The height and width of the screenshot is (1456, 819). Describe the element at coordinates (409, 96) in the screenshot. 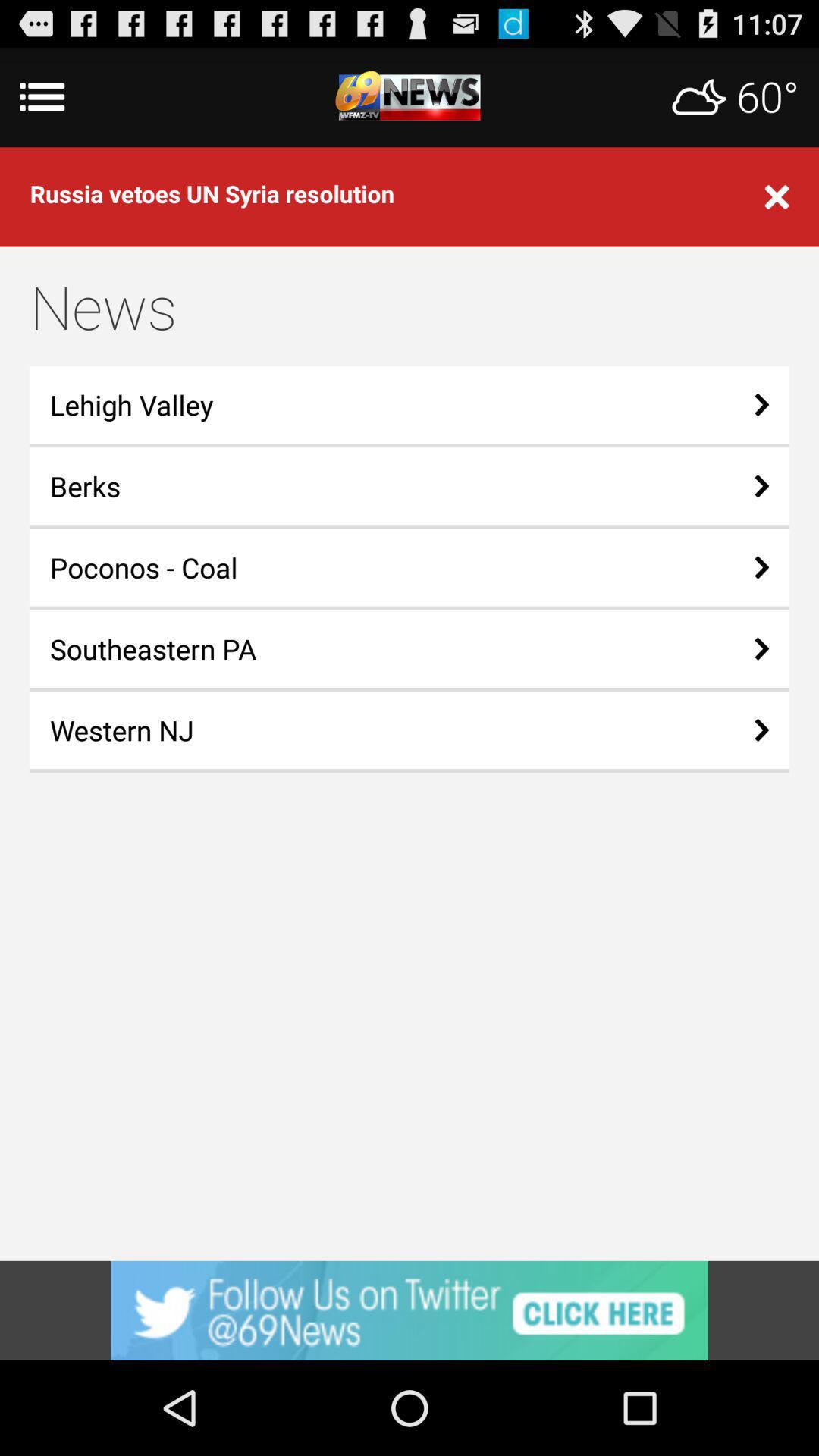

I see `advertisement cloud news` at that location.